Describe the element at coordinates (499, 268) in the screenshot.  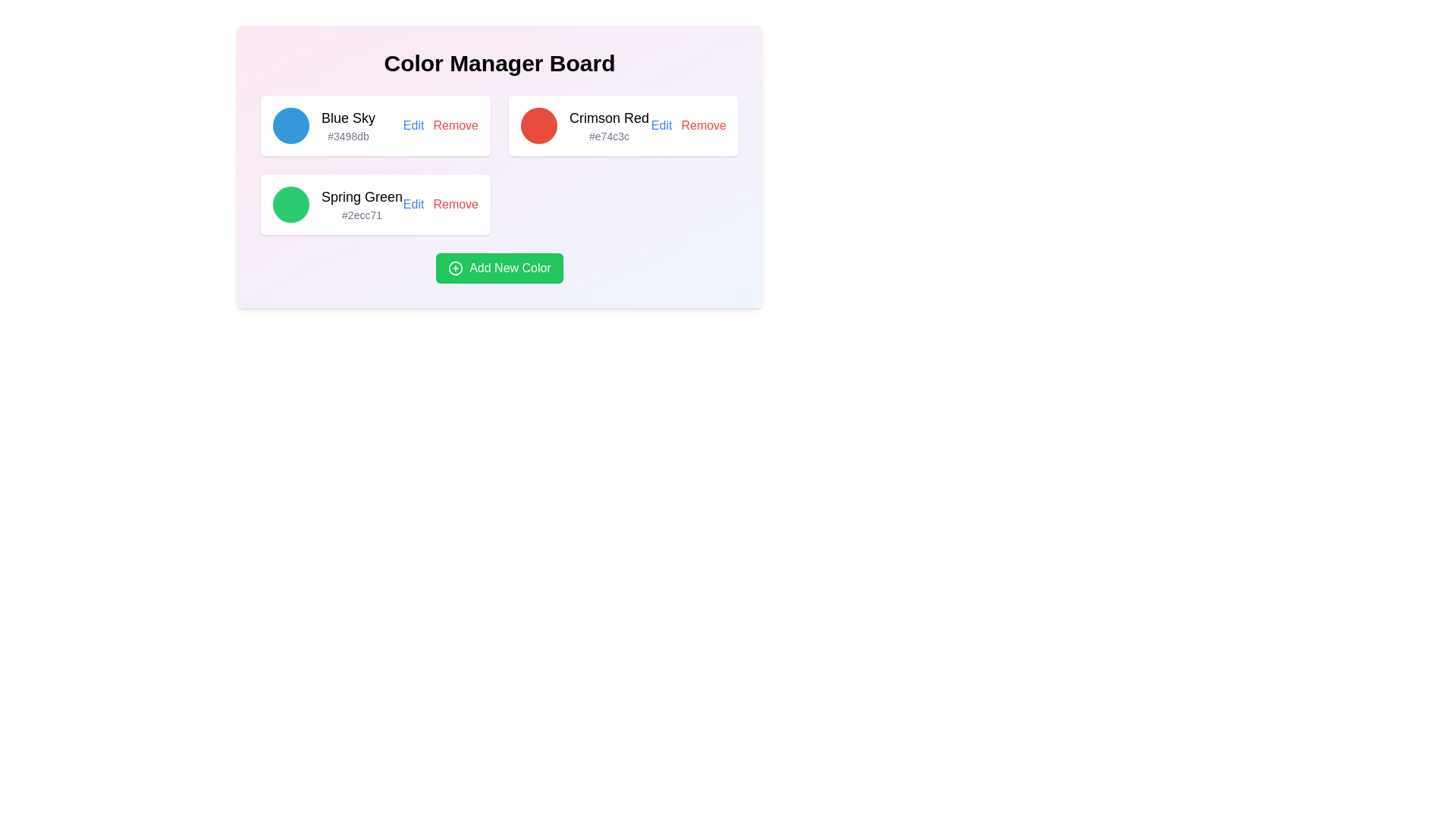
I see `the distinct green button labeled 'Add New Color' with a white plus icon` at that location.